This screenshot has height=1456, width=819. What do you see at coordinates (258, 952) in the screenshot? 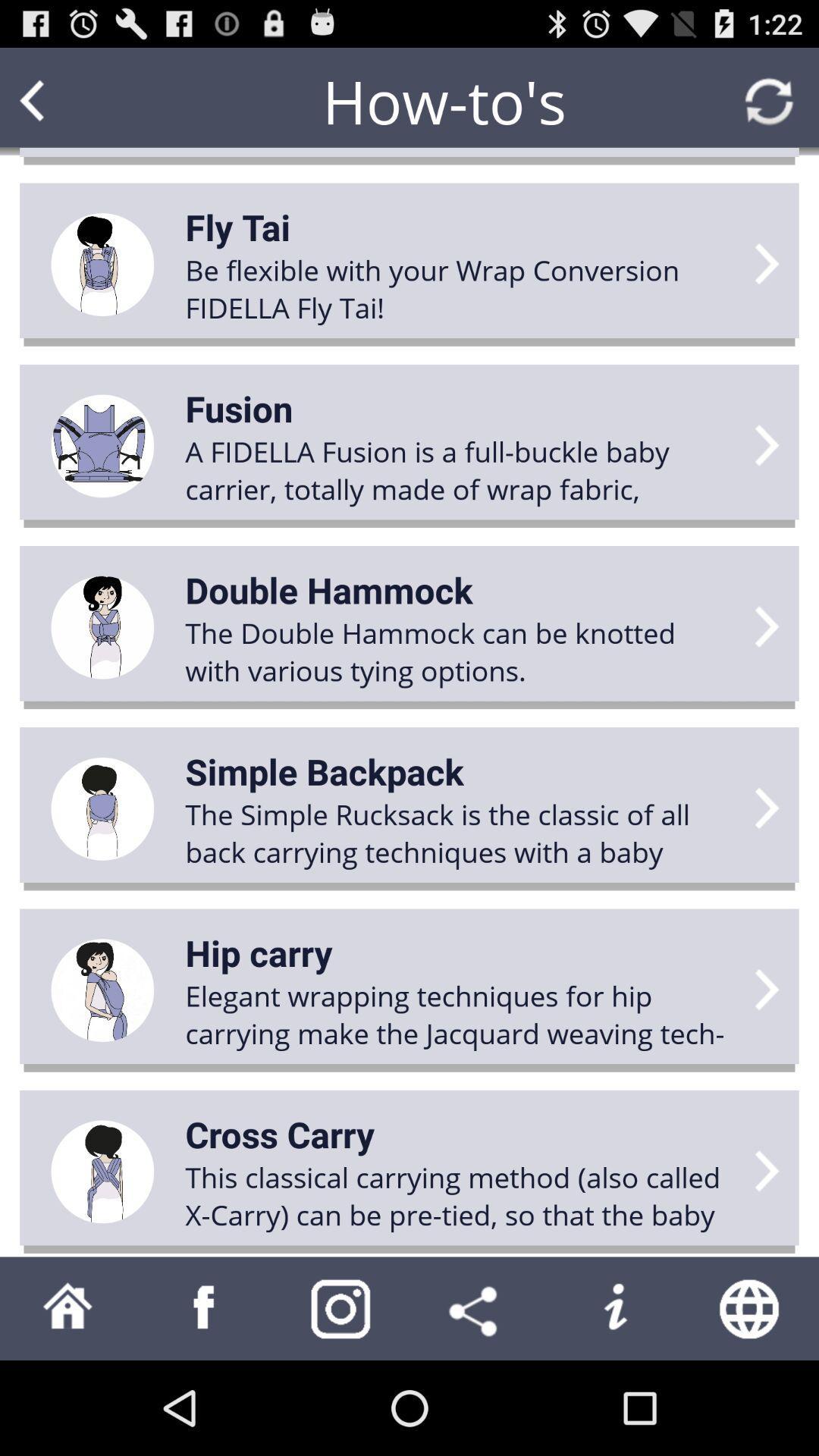
I see `hip carry app` at bounding box center [258, 952].